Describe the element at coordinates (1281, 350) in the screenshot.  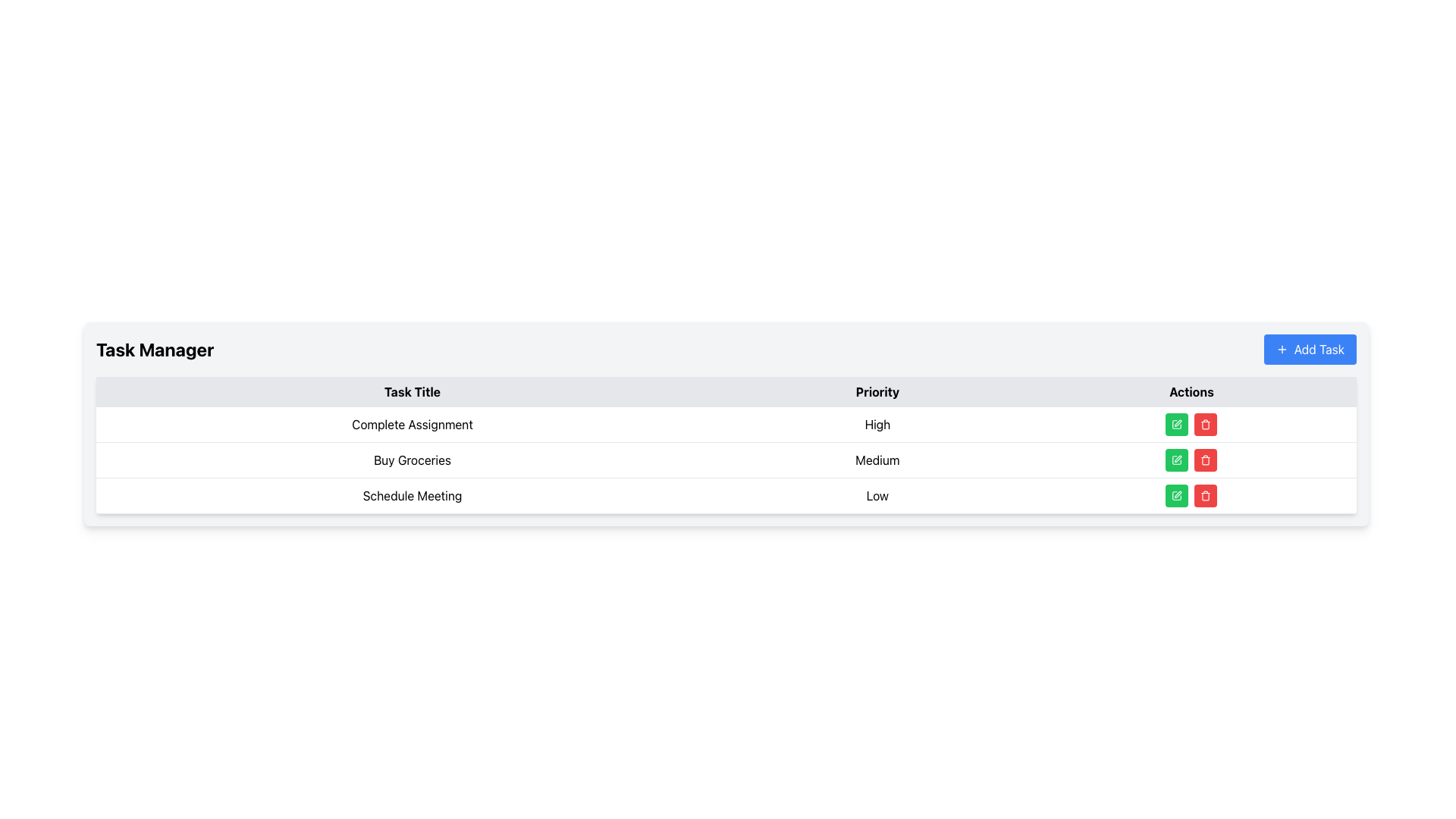
I see `the icon within the 'Add Task' button located at the top-right corner of the application interface` at that location.